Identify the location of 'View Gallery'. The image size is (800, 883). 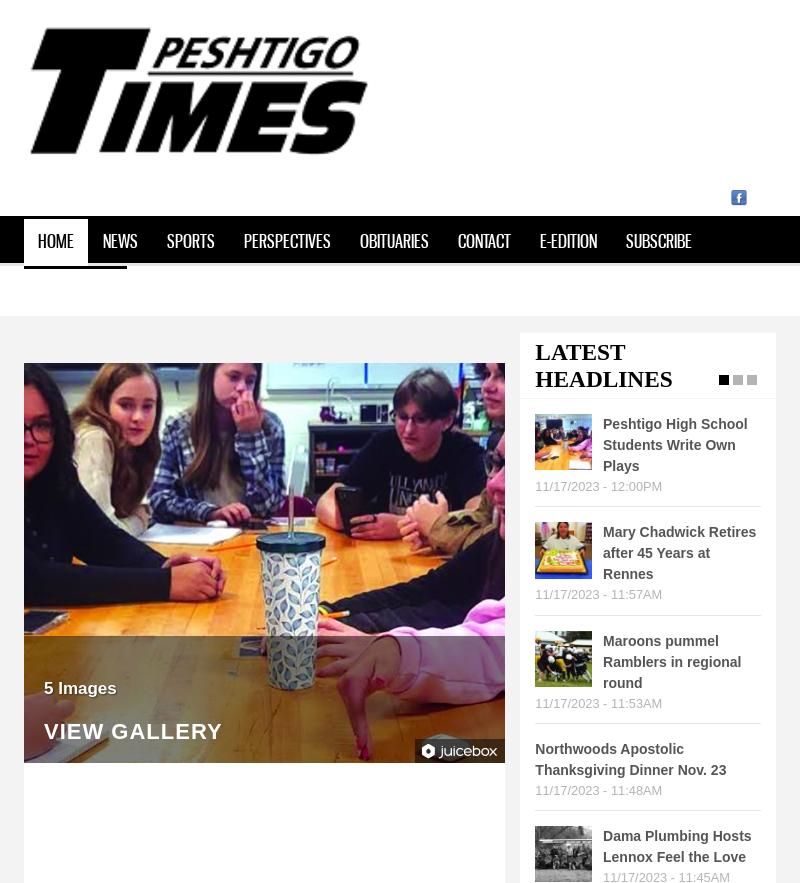
(43, 730).